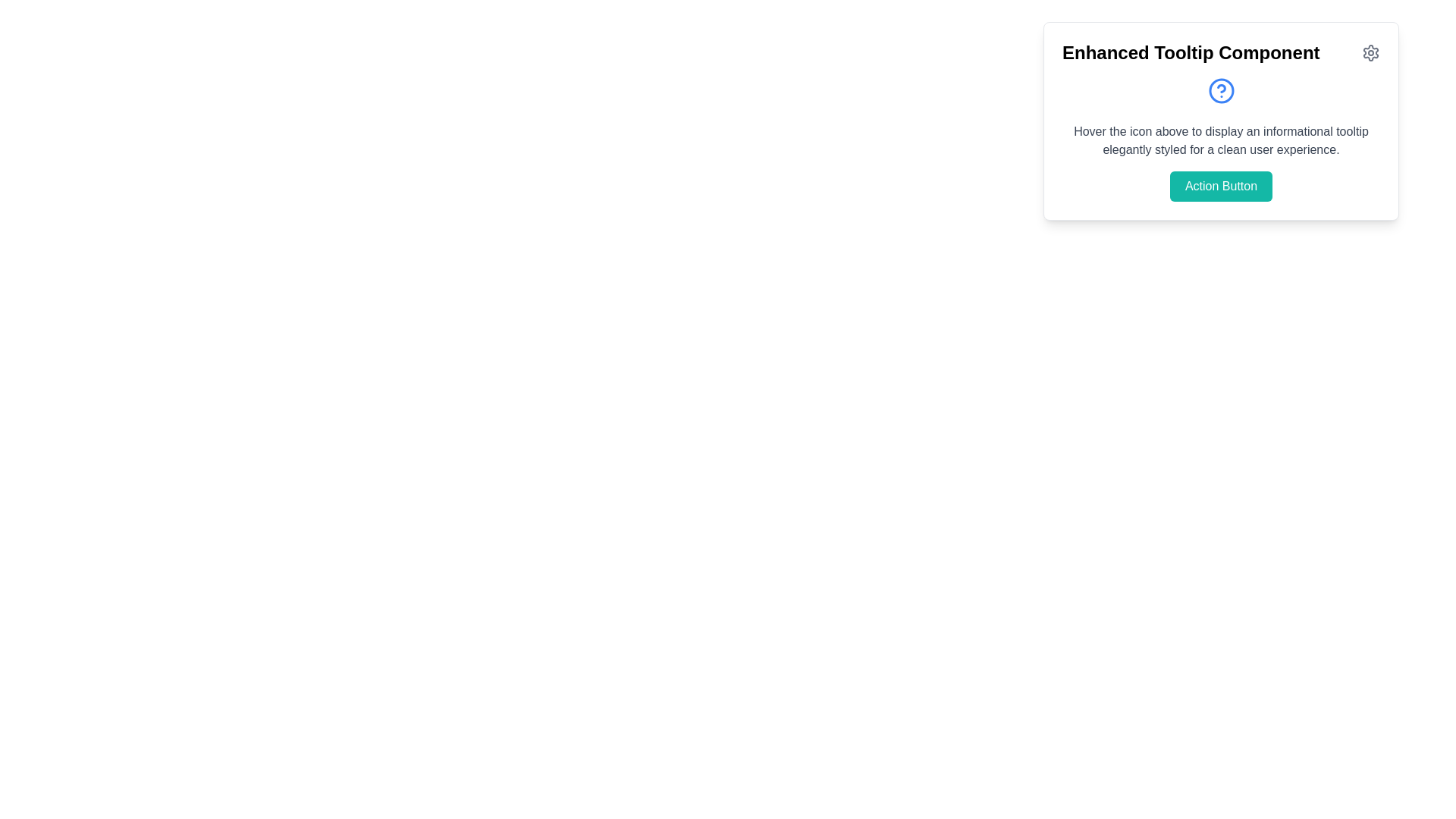  What do you see at coordinates (1371, 52) in the screenshot?
I see `the Settings icon located at the top right corner of the Enhanced Tooltip Component card, which serves as a trigger for opening a dropdown menu or navigating to a configuration page` at bounding box center [1371, 52].